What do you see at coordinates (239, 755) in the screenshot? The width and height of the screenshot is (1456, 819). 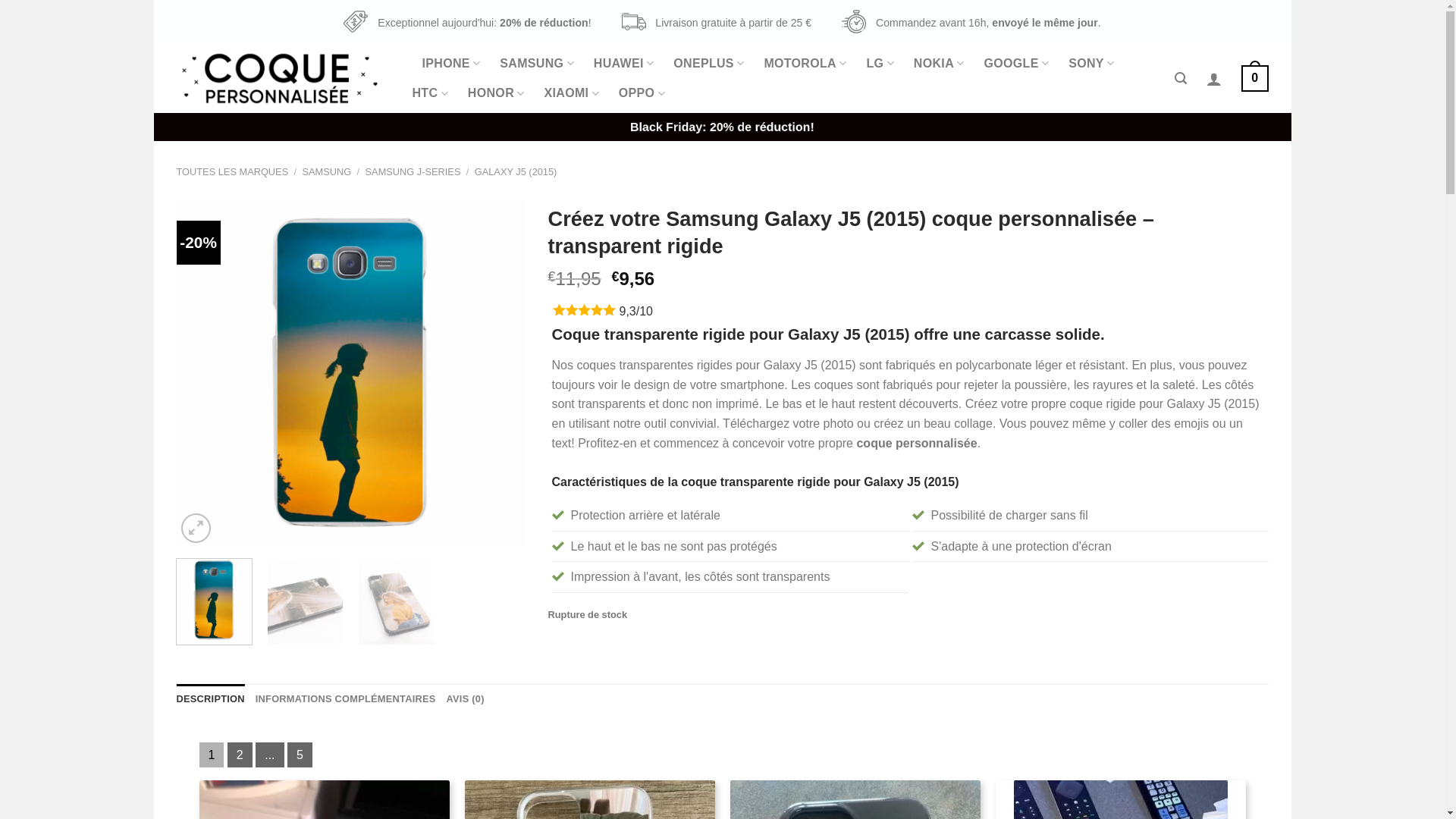 I see `'2'` at bounding box center [239, 755].